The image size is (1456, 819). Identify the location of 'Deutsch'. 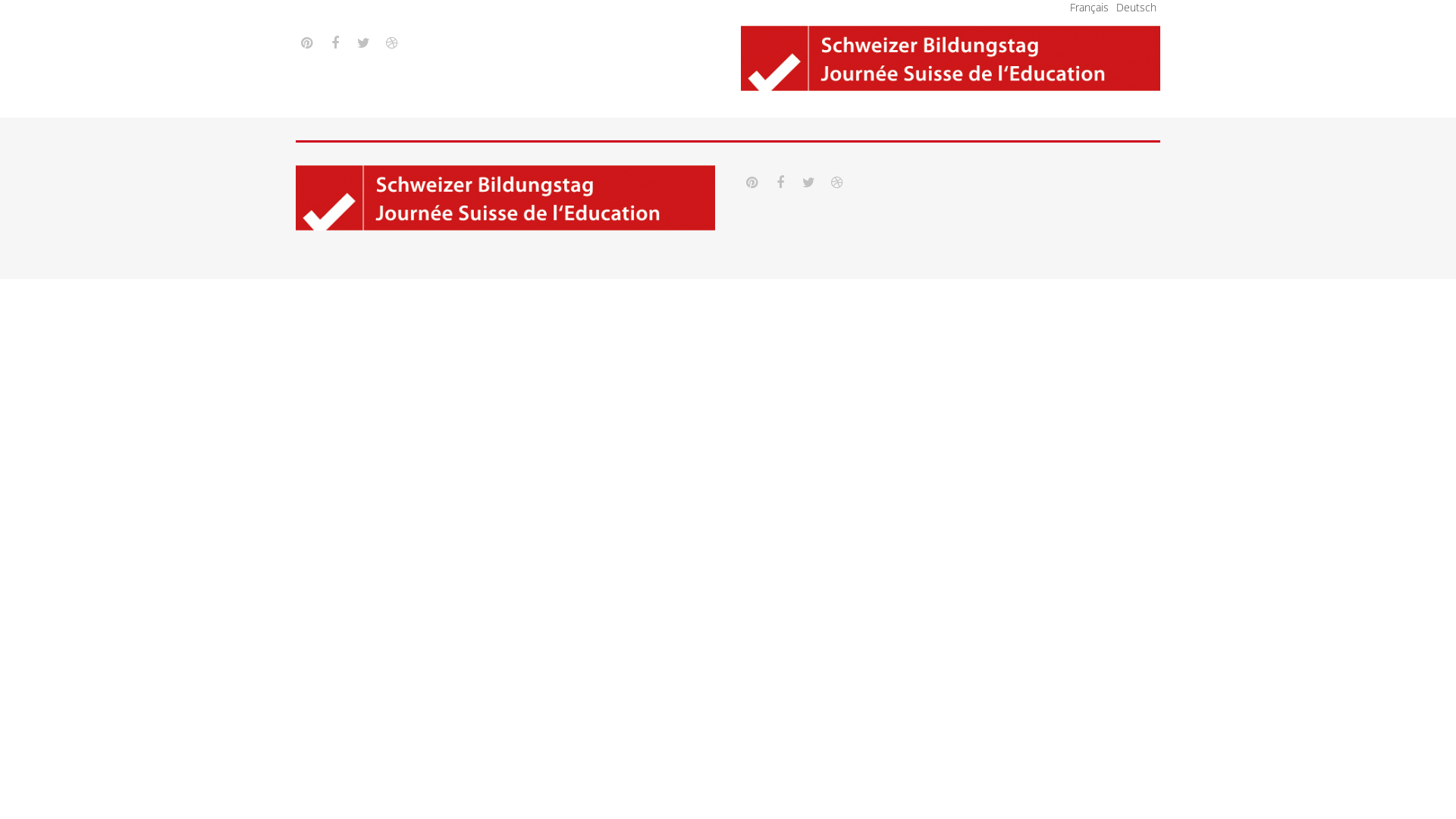
(1136, 7).